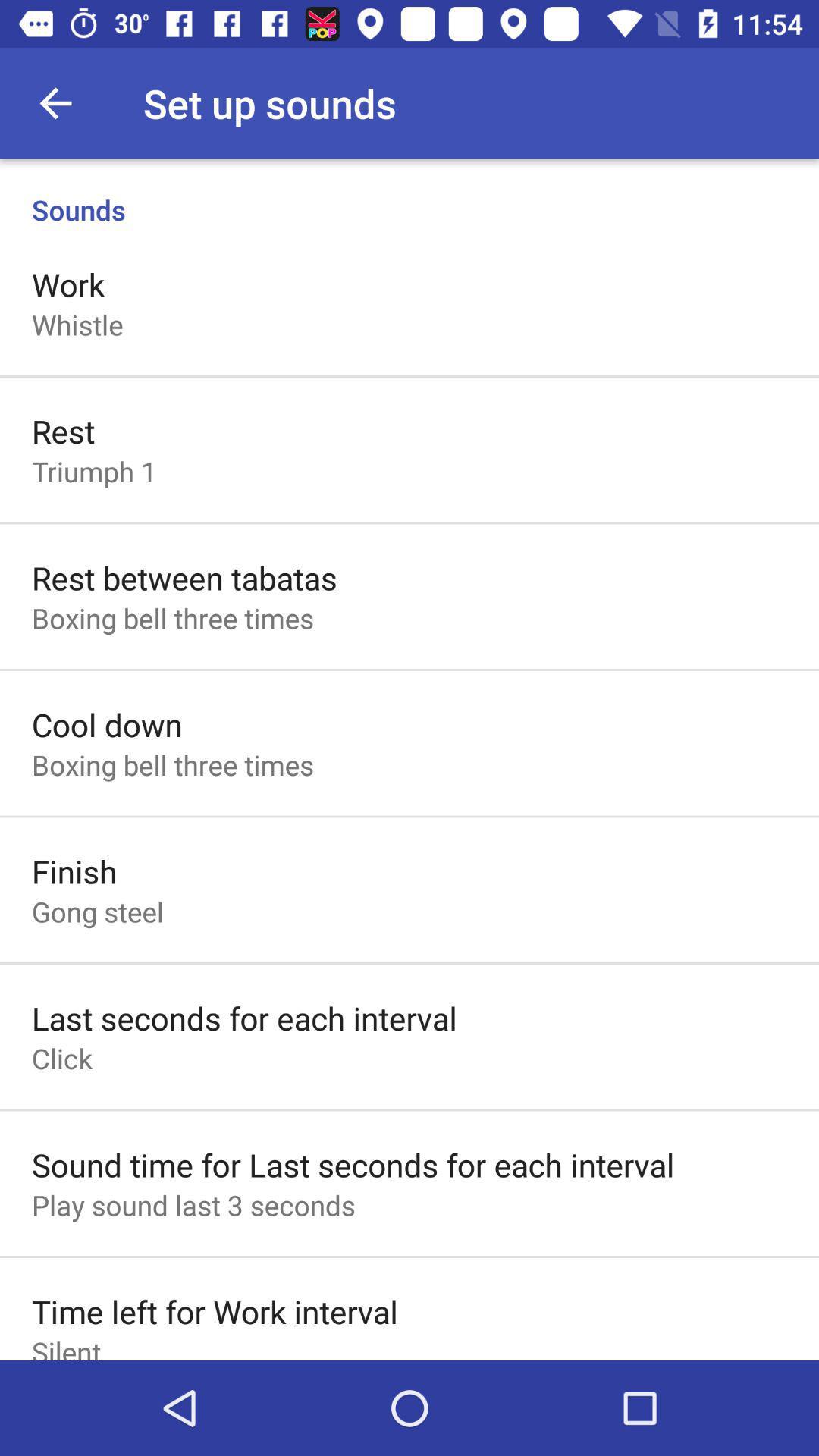 This screenshot has height=1456, width=819. What do you see at coordinates (77, 324) in the screenshot?
I see `icon below work icon` at bounding box center [77, 324].